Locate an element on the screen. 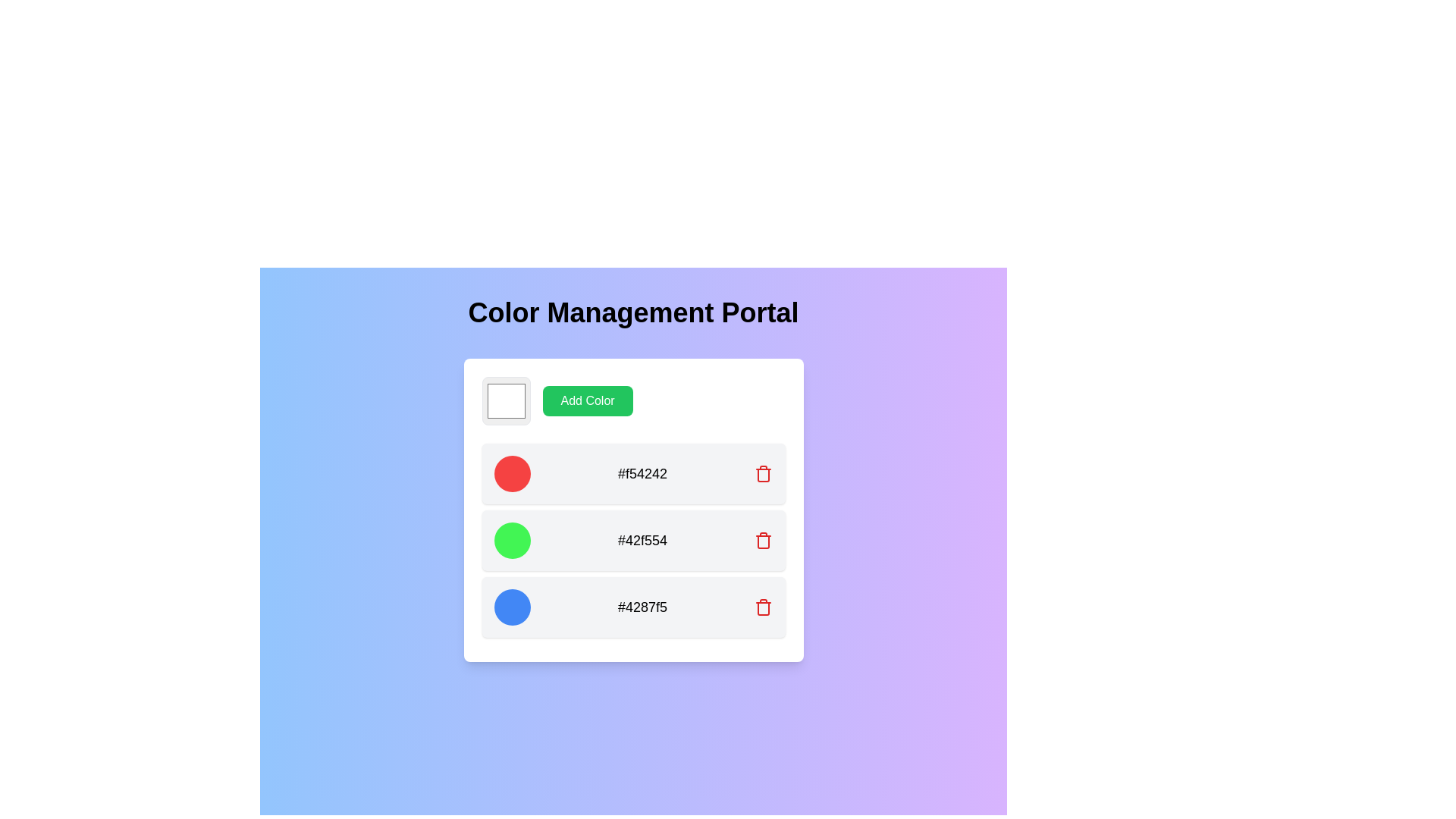  the middle section of the trash bin icon, which is a decorative part of the trash icon serving as a visual cue for deletion functionality is located at coordinates (764, 475).